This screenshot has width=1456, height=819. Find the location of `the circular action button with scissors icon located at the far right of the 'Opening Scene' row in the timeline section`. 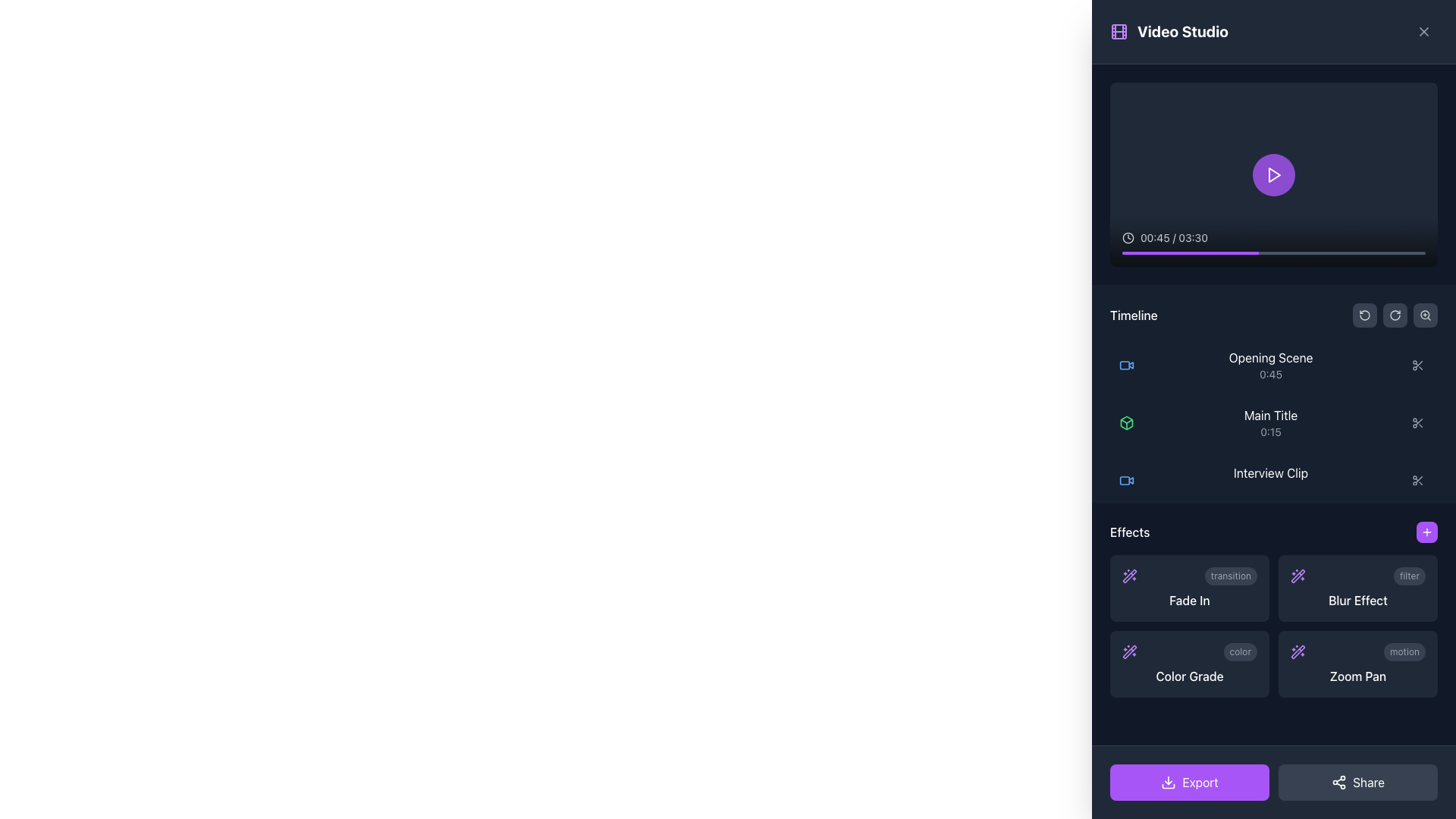

the circular action button with scissors icon located at the far right of the 'Opening Scene' row in the timeline section is located at coordinates (1417, 366).